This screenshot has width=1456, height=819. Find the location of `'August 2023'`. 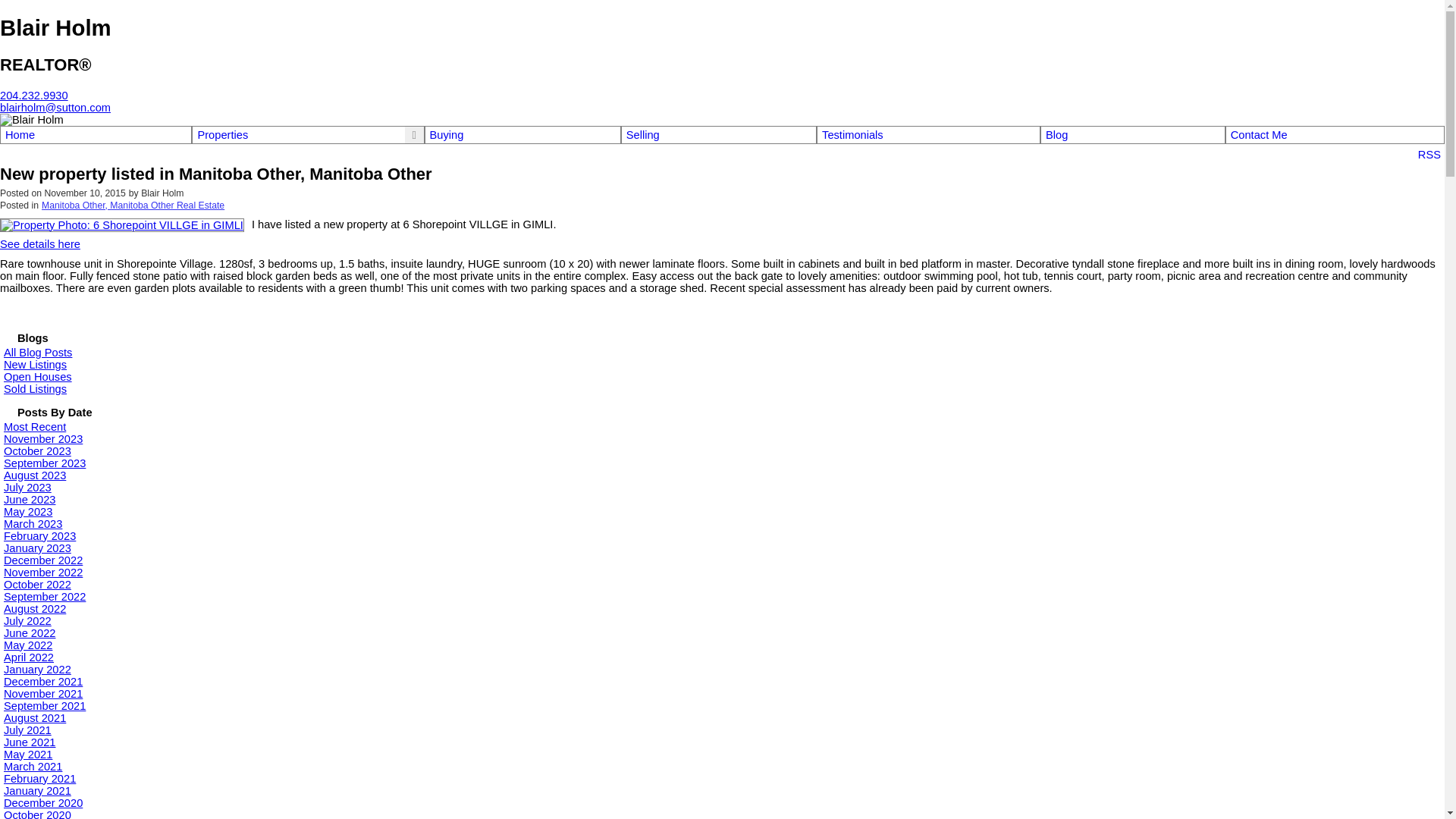

'August 2023' is located at coordinates (35, 475).